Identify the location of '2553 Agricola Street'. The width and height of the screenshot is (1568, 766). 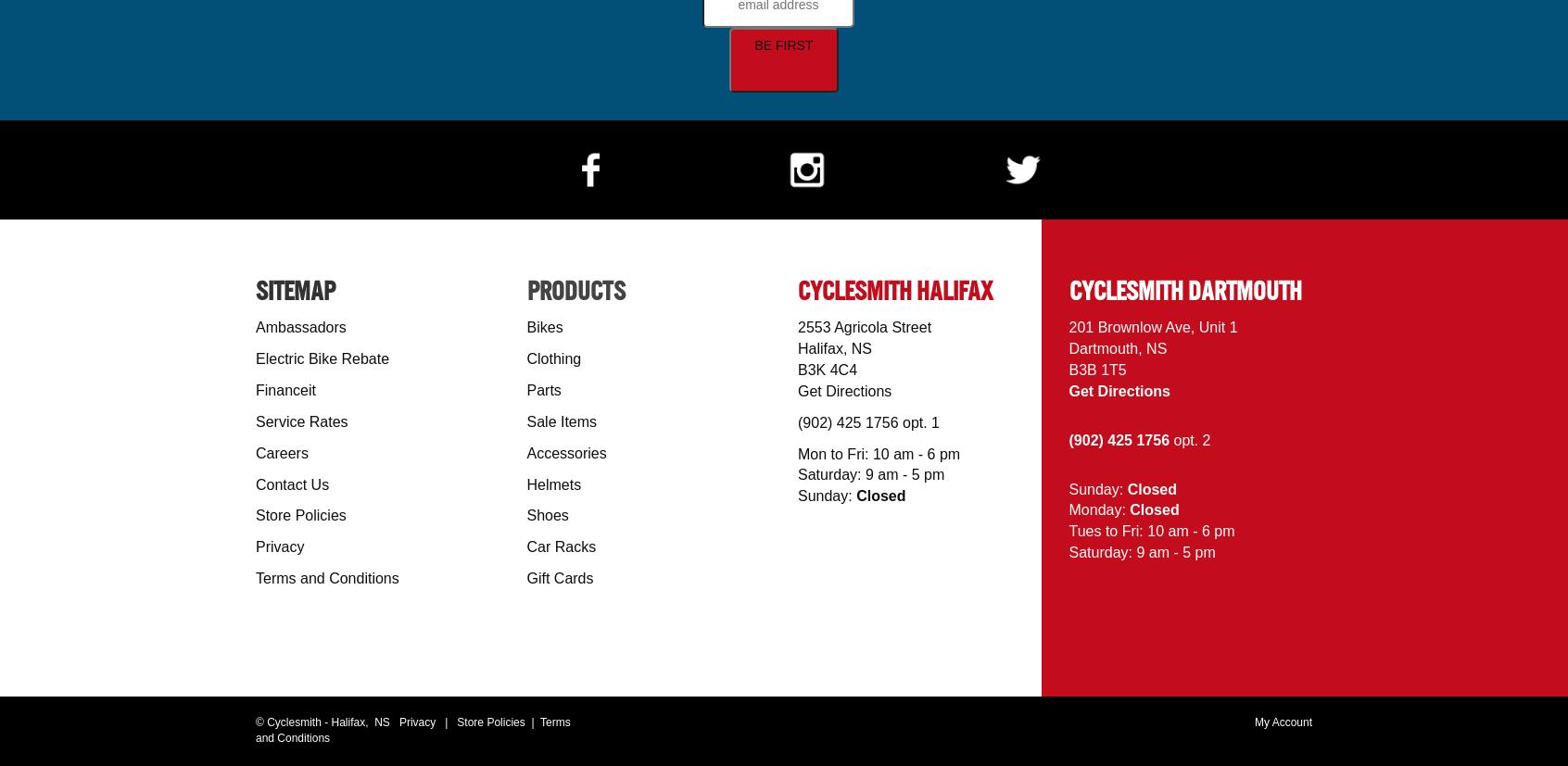
(797, 326).